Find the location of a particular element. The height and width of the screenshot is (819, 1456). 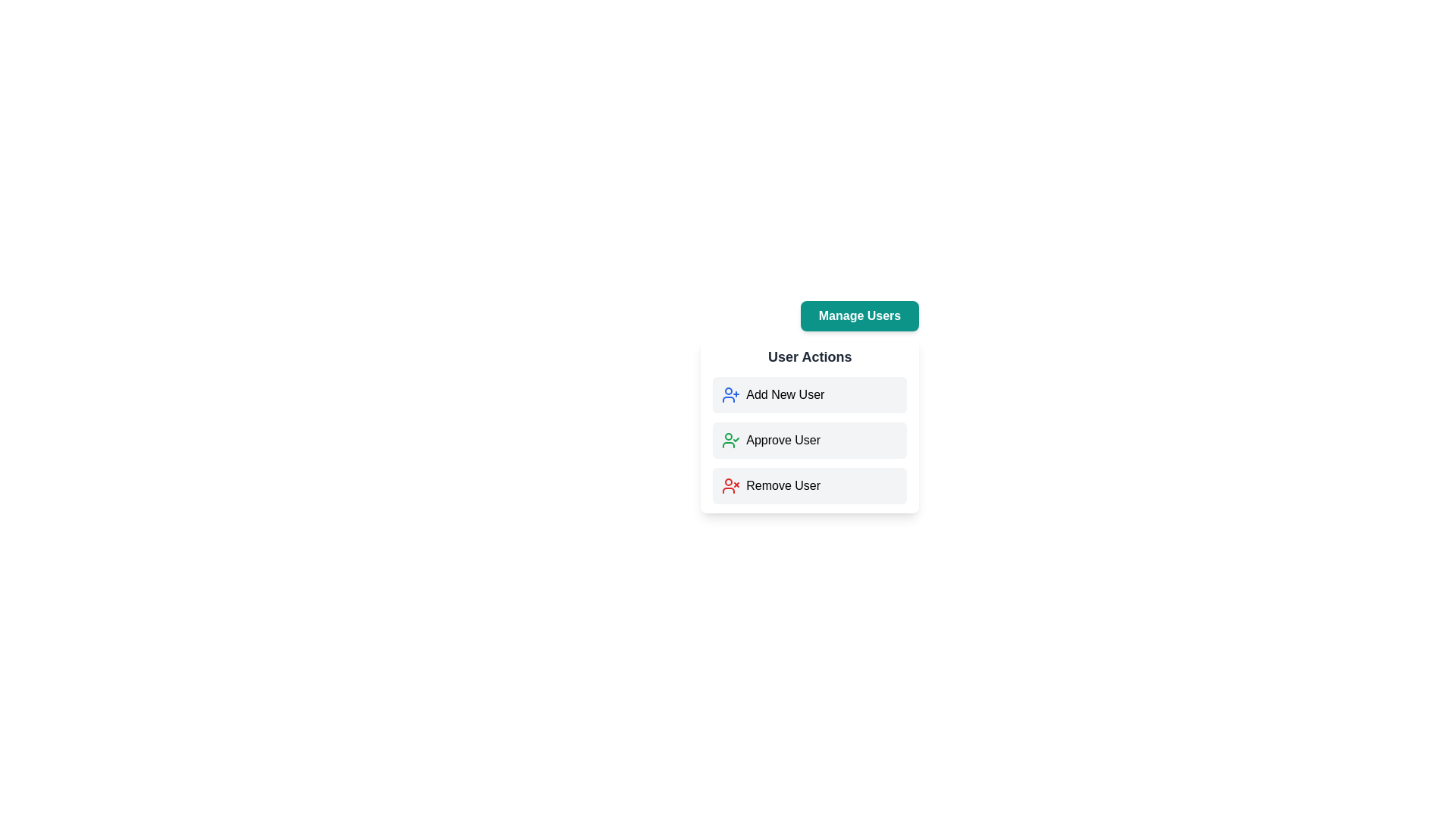

the second button in the vertical stack of the dropdown menu labeled 'User Actions' is located at coordinates (809, 425).